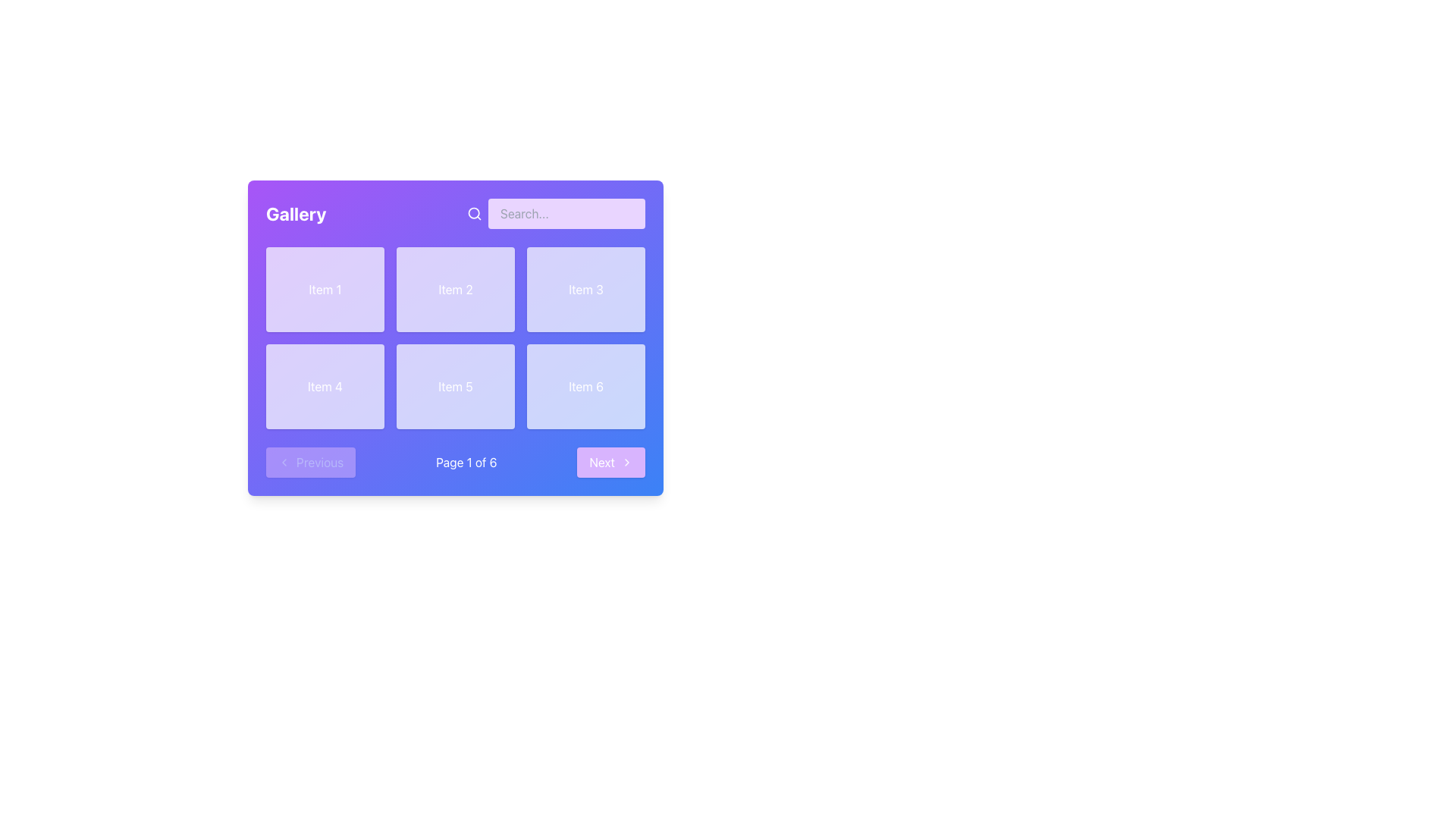 Image resolution: width=1456 pixels, height=819 pixels. What do you see at coordinates (454, 461) in the screenshot?
I see `the page indicator text label located centrally in the footer section, displaying the current page number and total pages` at bounding box center [454, 461].